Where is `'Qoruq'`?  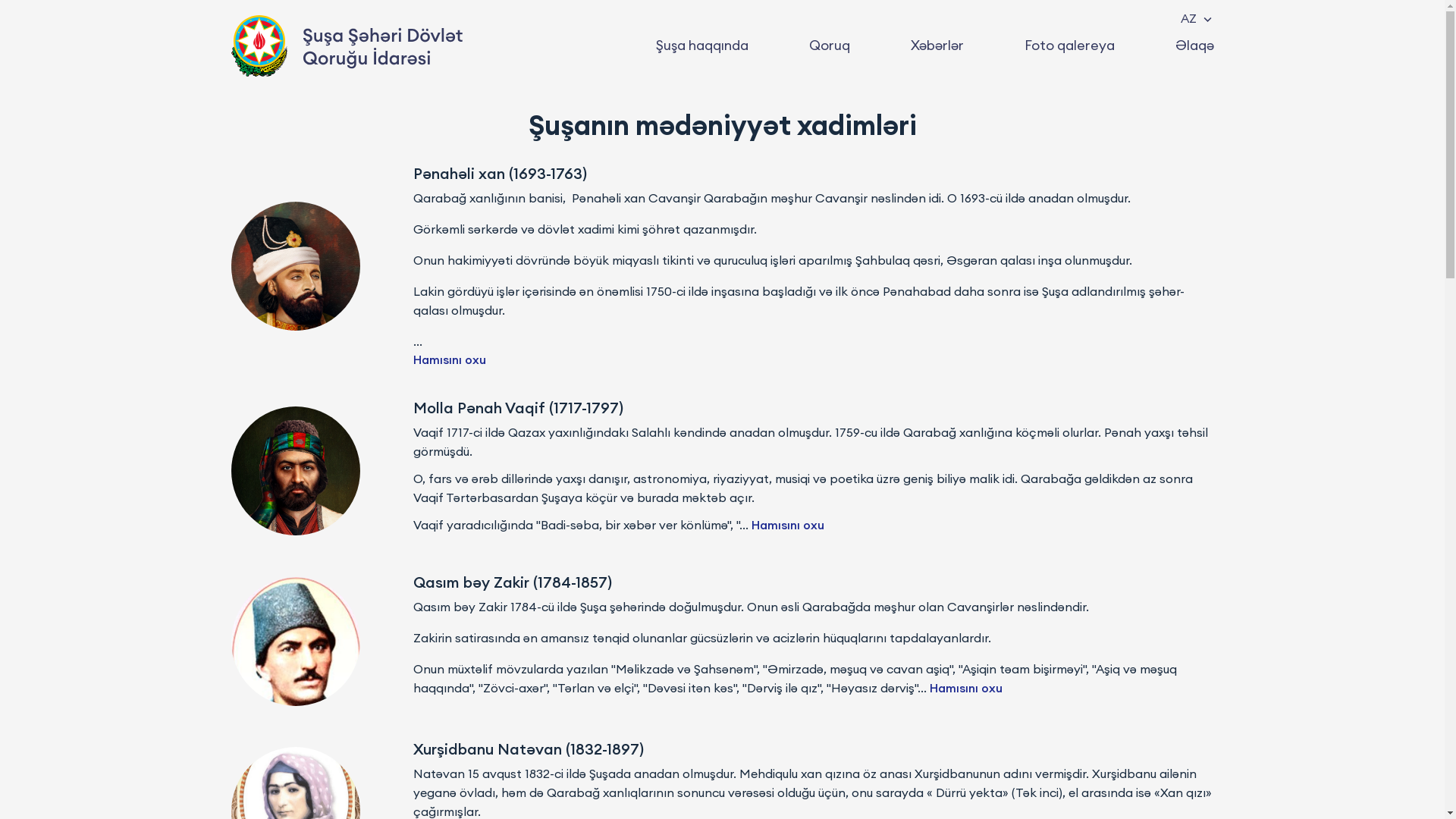 'Qoruq' is located at coordinates (828, 45).